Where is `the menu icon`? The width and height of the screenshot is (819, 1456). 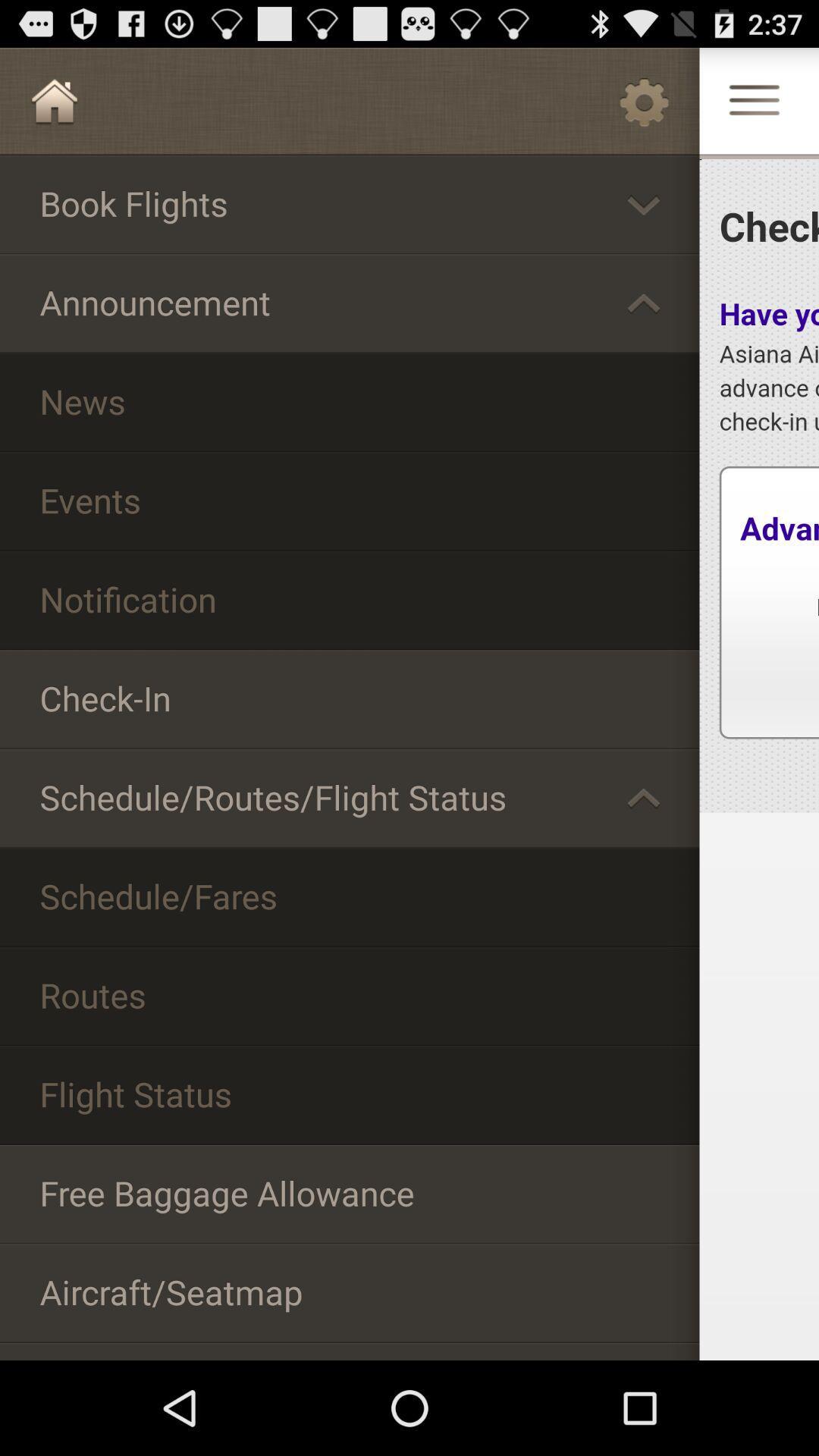 the menu icon is located at coordinates (754, 109).